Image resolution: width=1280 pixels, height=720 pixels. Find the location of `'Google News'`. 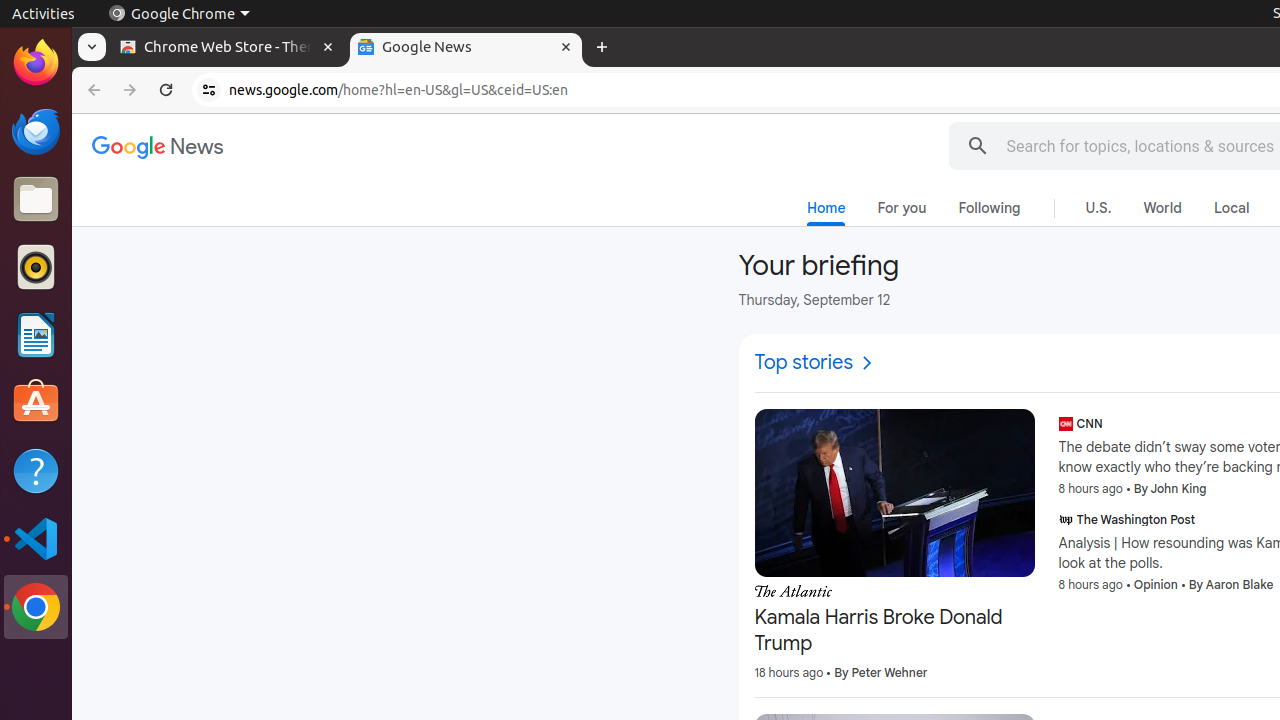

'Google News' is located at coordinates (156, 147).